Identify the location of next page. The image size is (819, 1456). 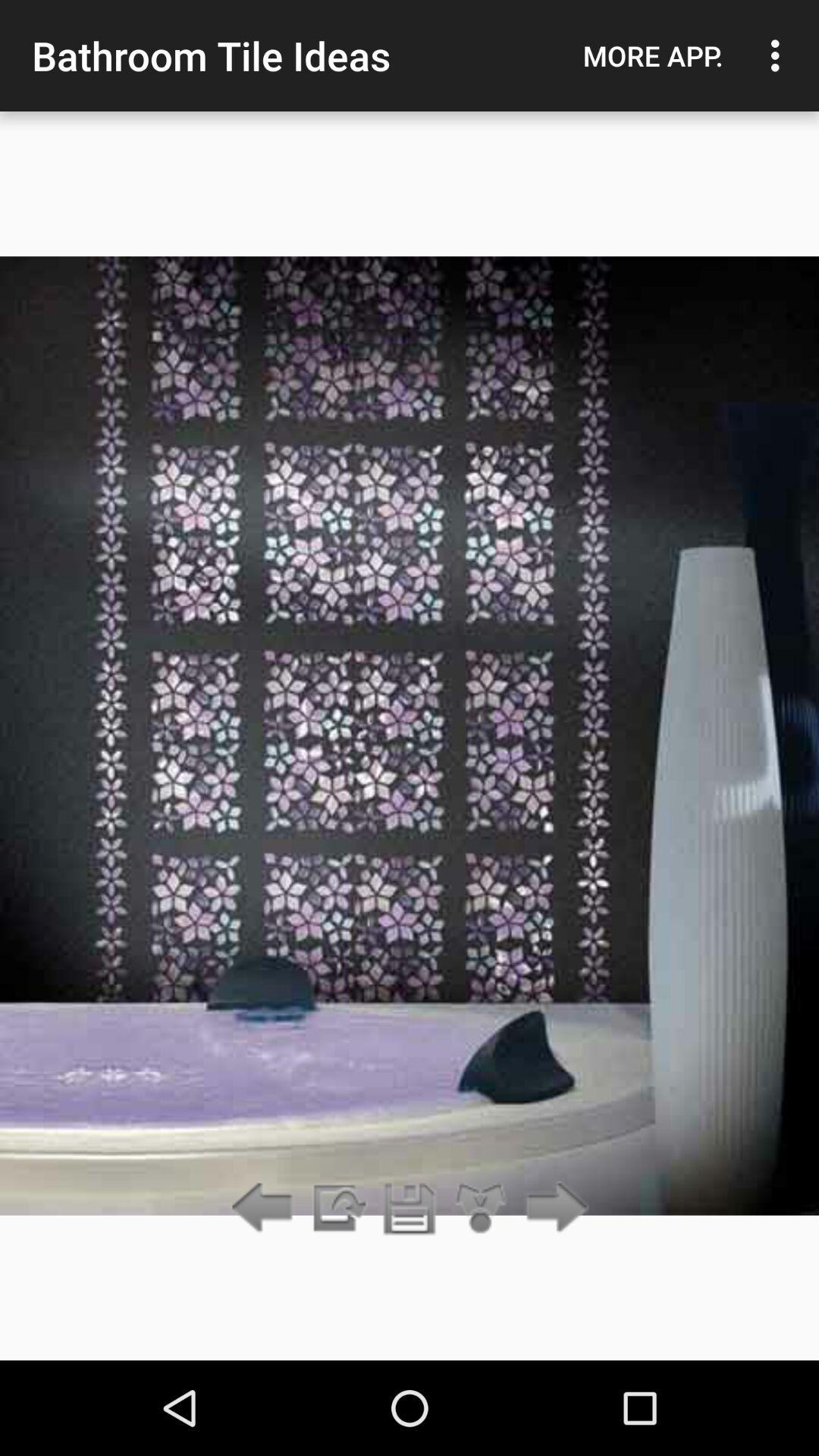
(553, 1208).